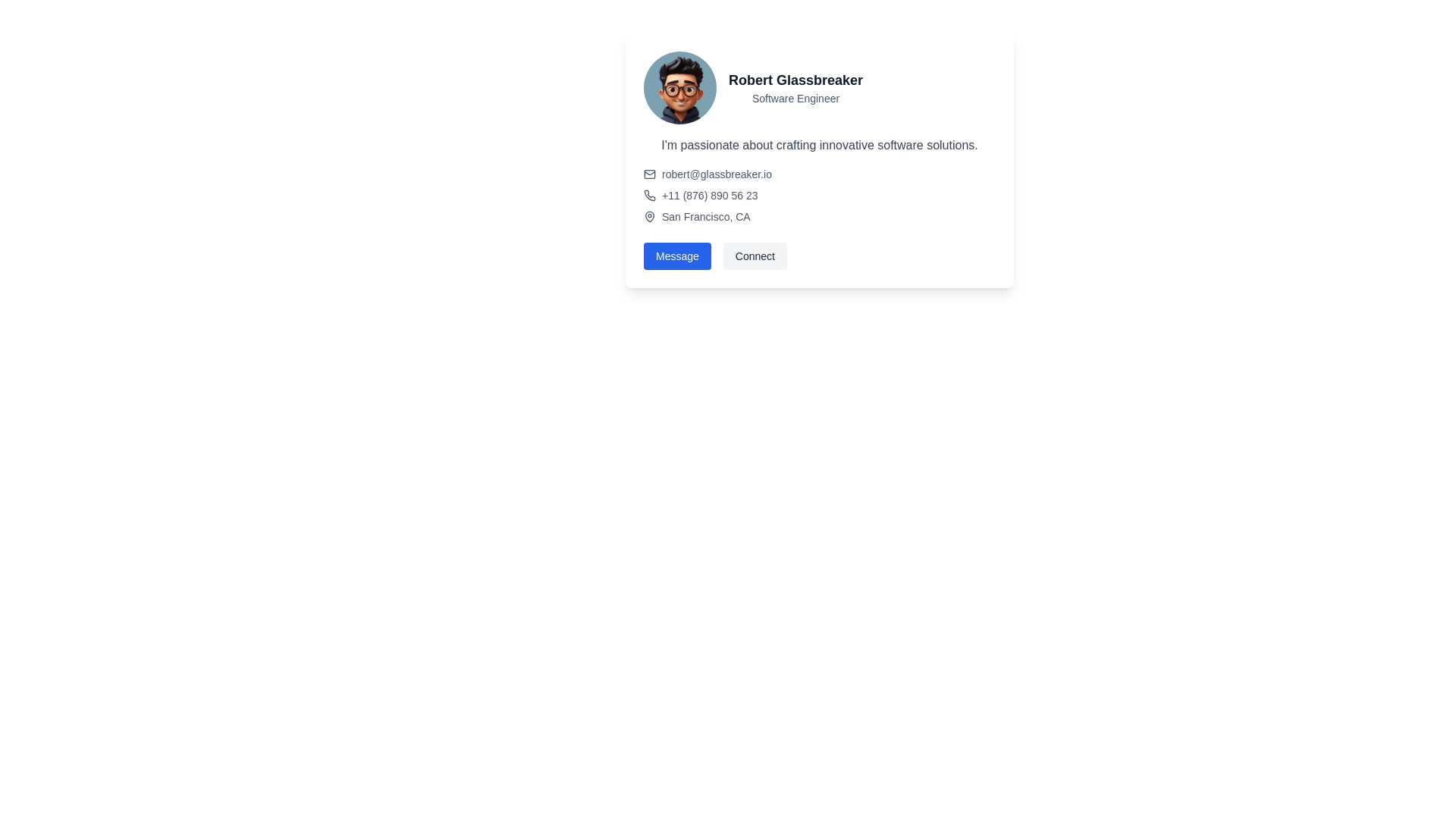  Describe the element at coordinates (650, 195) in the screenshot. I see `the phone icon located to the left of the text '+11 (876) 890 56 23' within the profile card, which enhances the comprehensibility of the contact information` at that location.